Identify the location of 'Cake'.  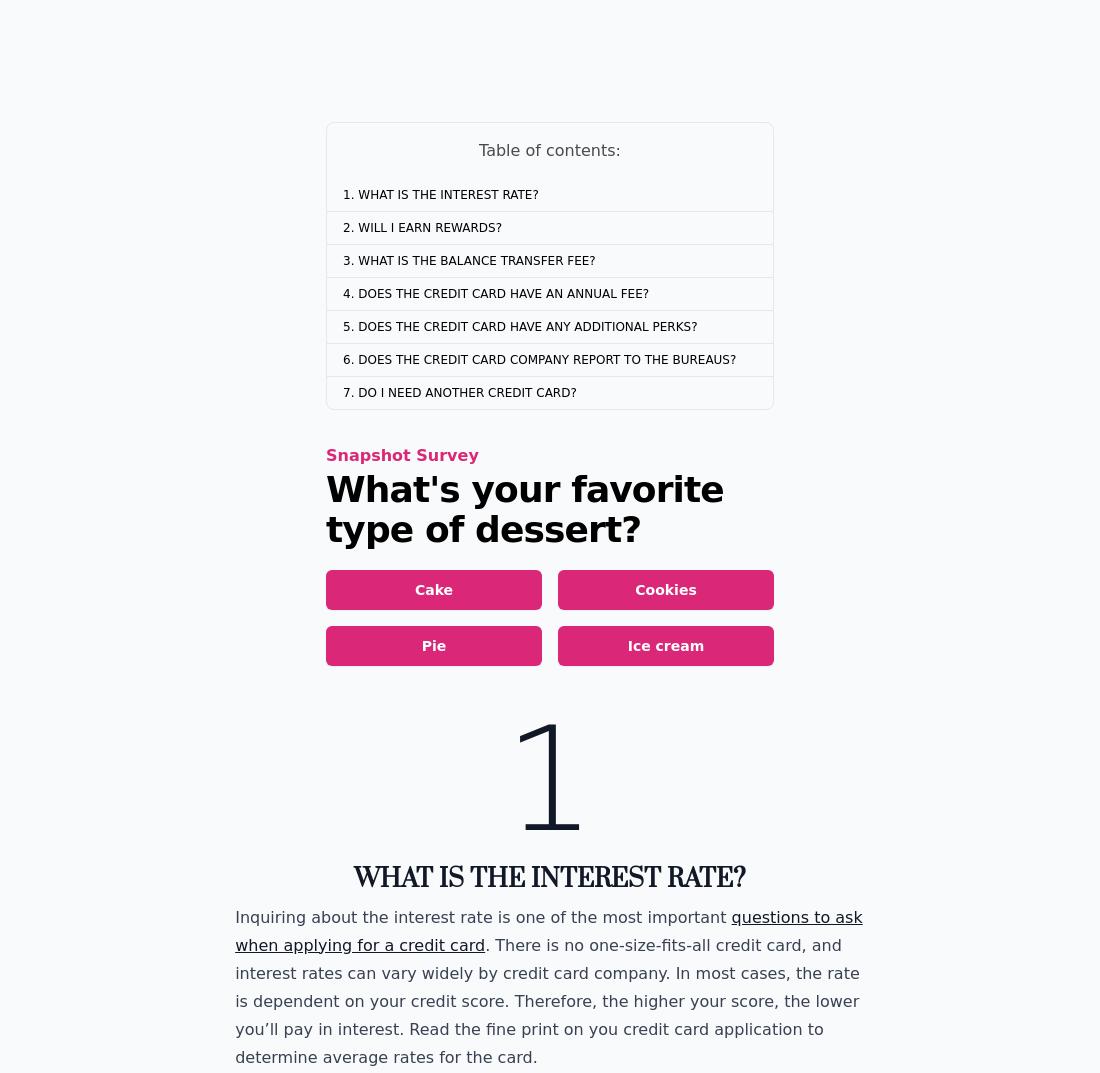
(432, 590).